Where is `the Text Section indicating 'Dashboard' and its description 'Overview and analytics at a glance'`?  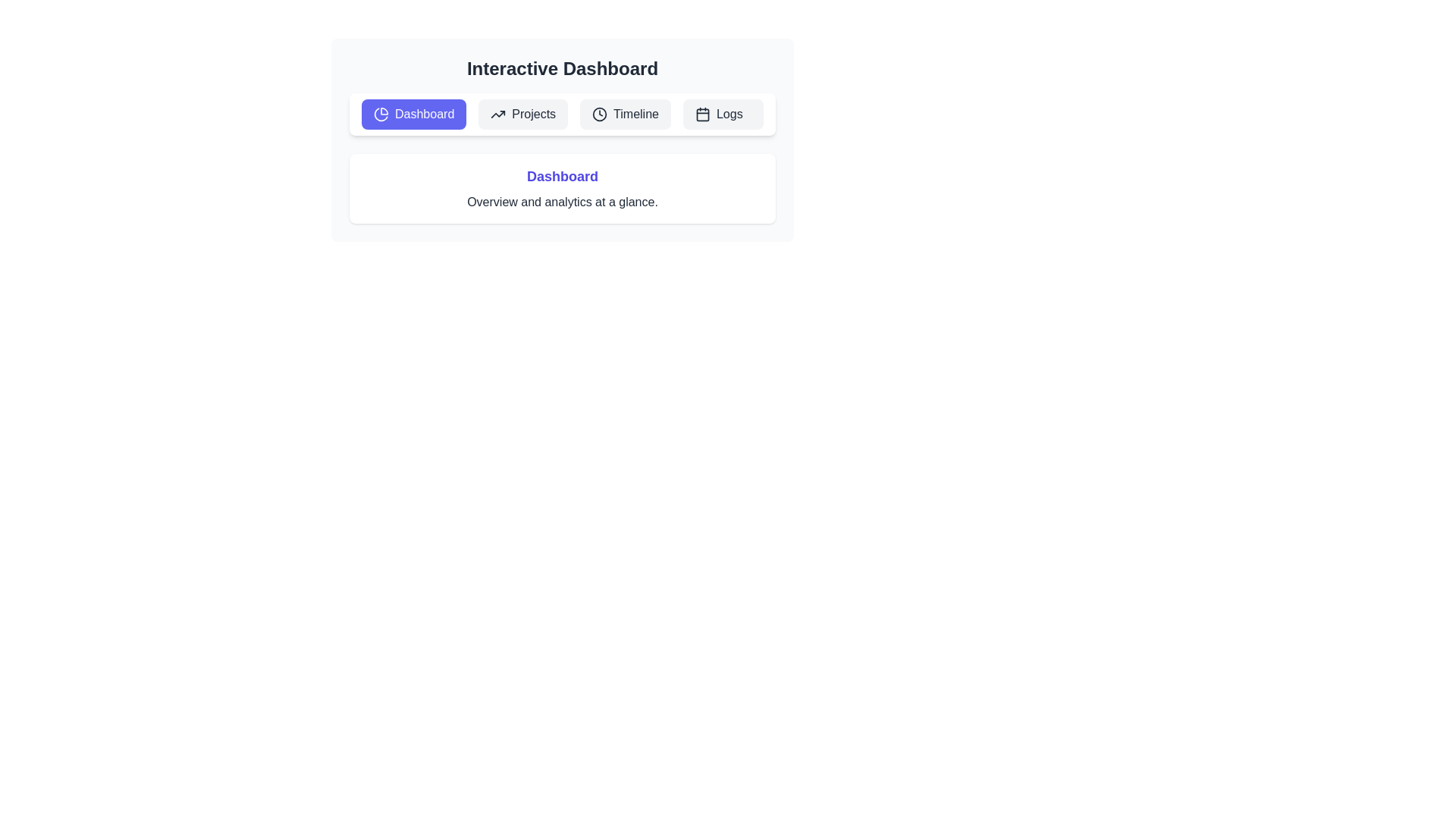
the Text Section indicating 'Dashboard' and its description 'Overview and analytics at a glance' is located at coordinates (562, 188).